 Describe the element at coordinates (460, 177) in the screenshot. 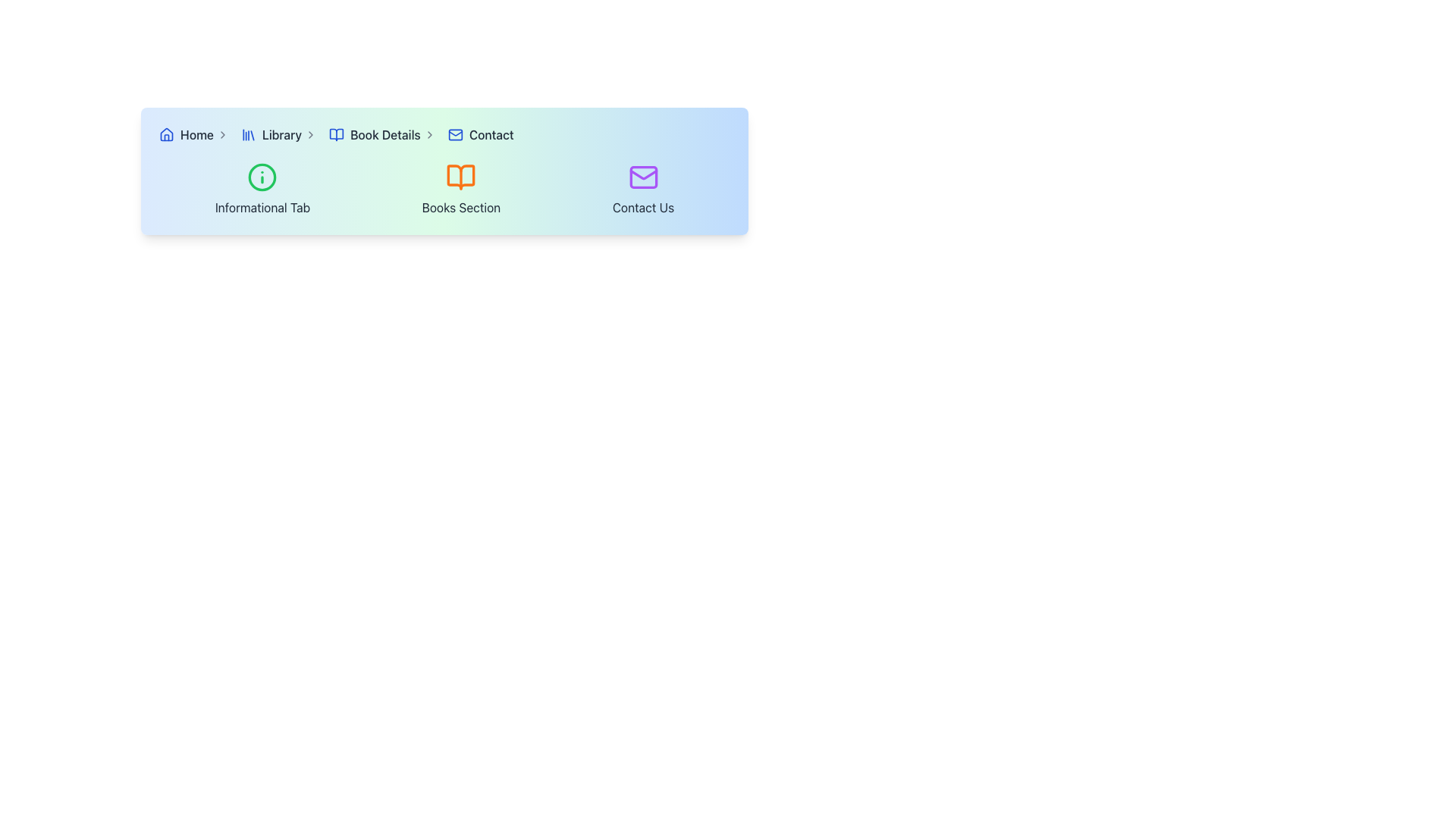

I see `the 'Books Section' icon located in the middle of a horizontal layout between a green informational icon and a purple envelope icon` at that location.